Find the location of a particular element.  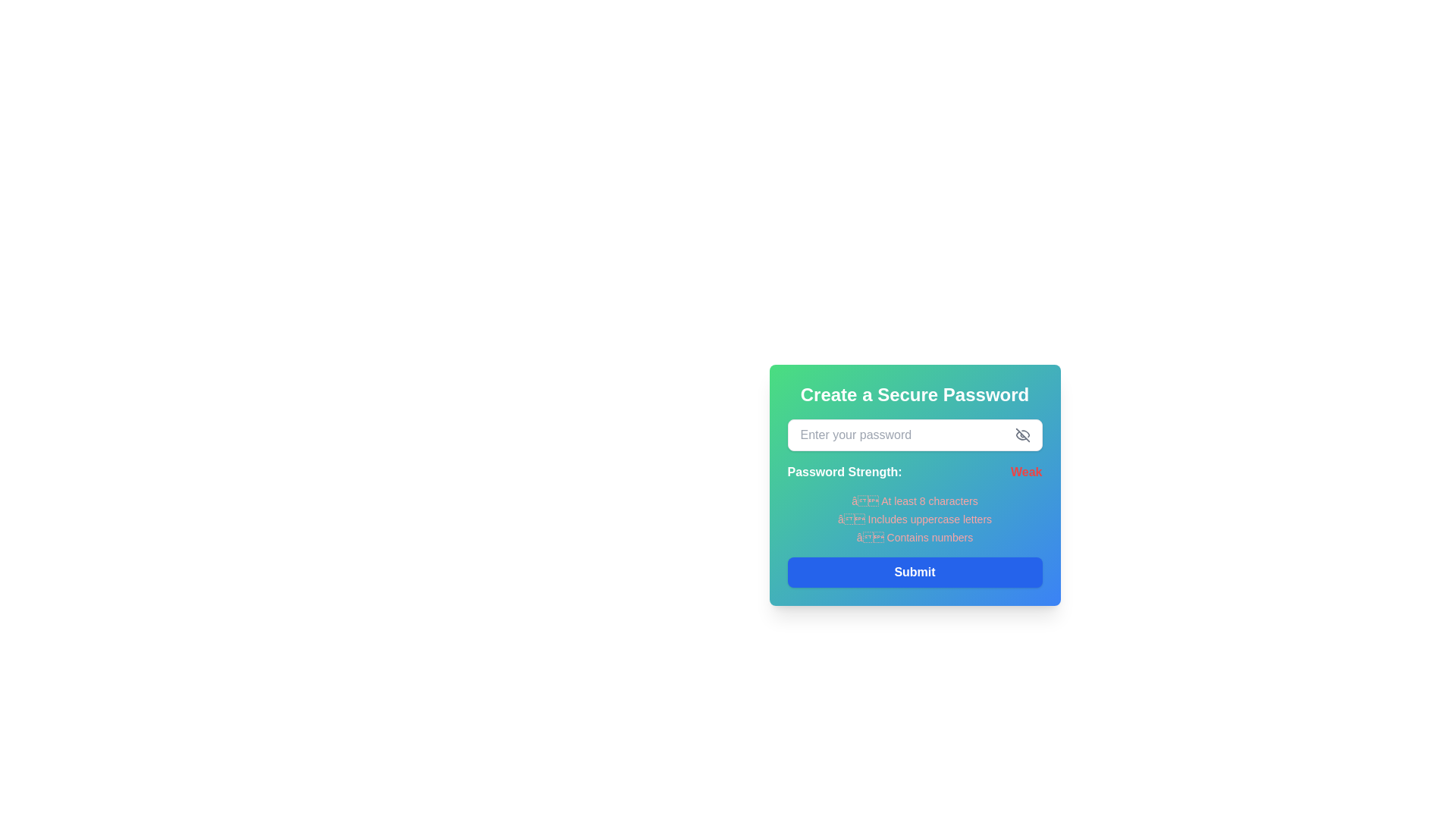

the Informational text block containing criteria for creating a strong password, which is styled with a gradient background and bold key phrases like 'Password Strength:' and 'Weak' is located at coordinates (914, 540).